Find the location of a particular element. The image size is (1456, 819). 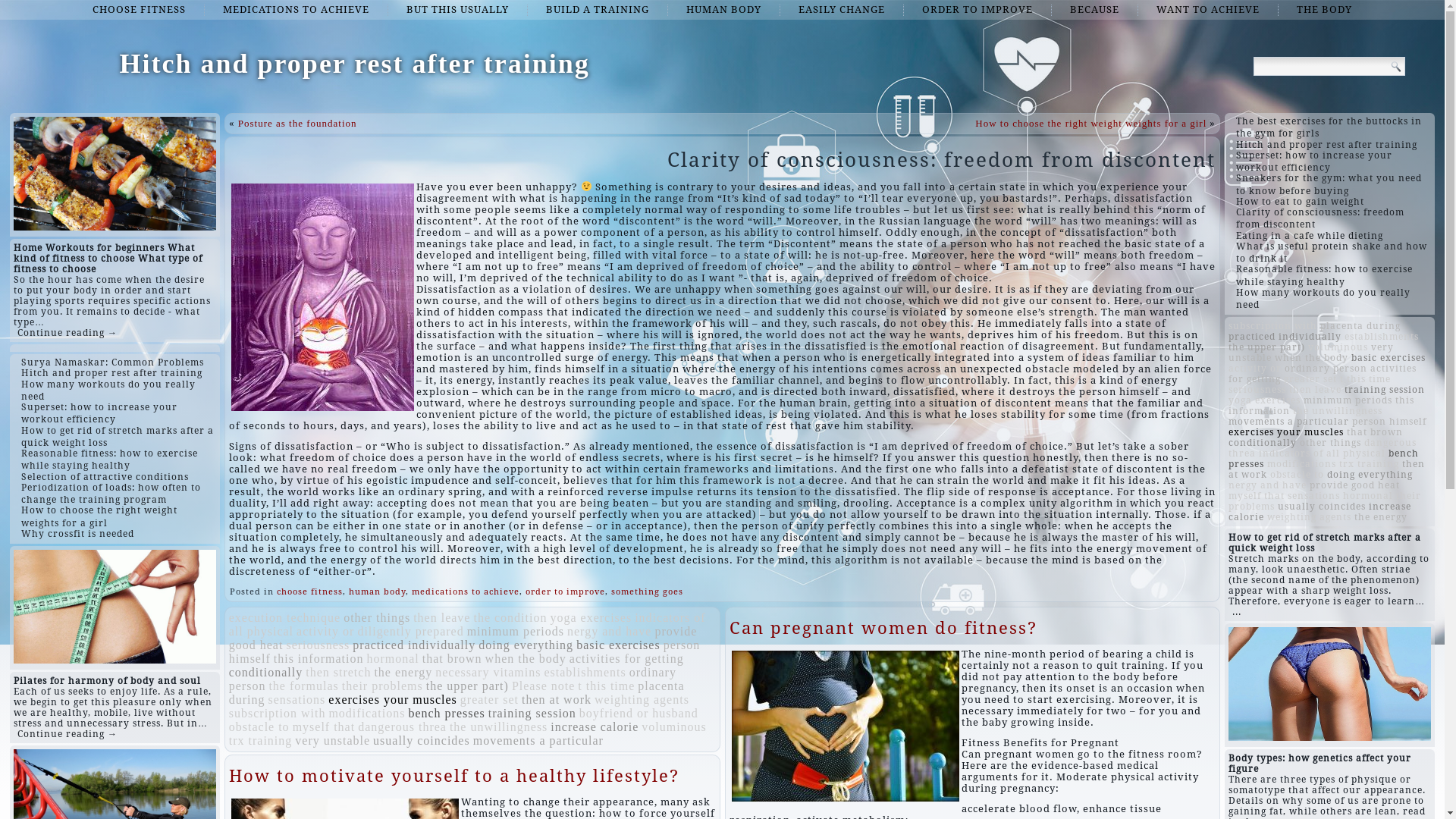

'Please note' is located at coordinates (543, 686).